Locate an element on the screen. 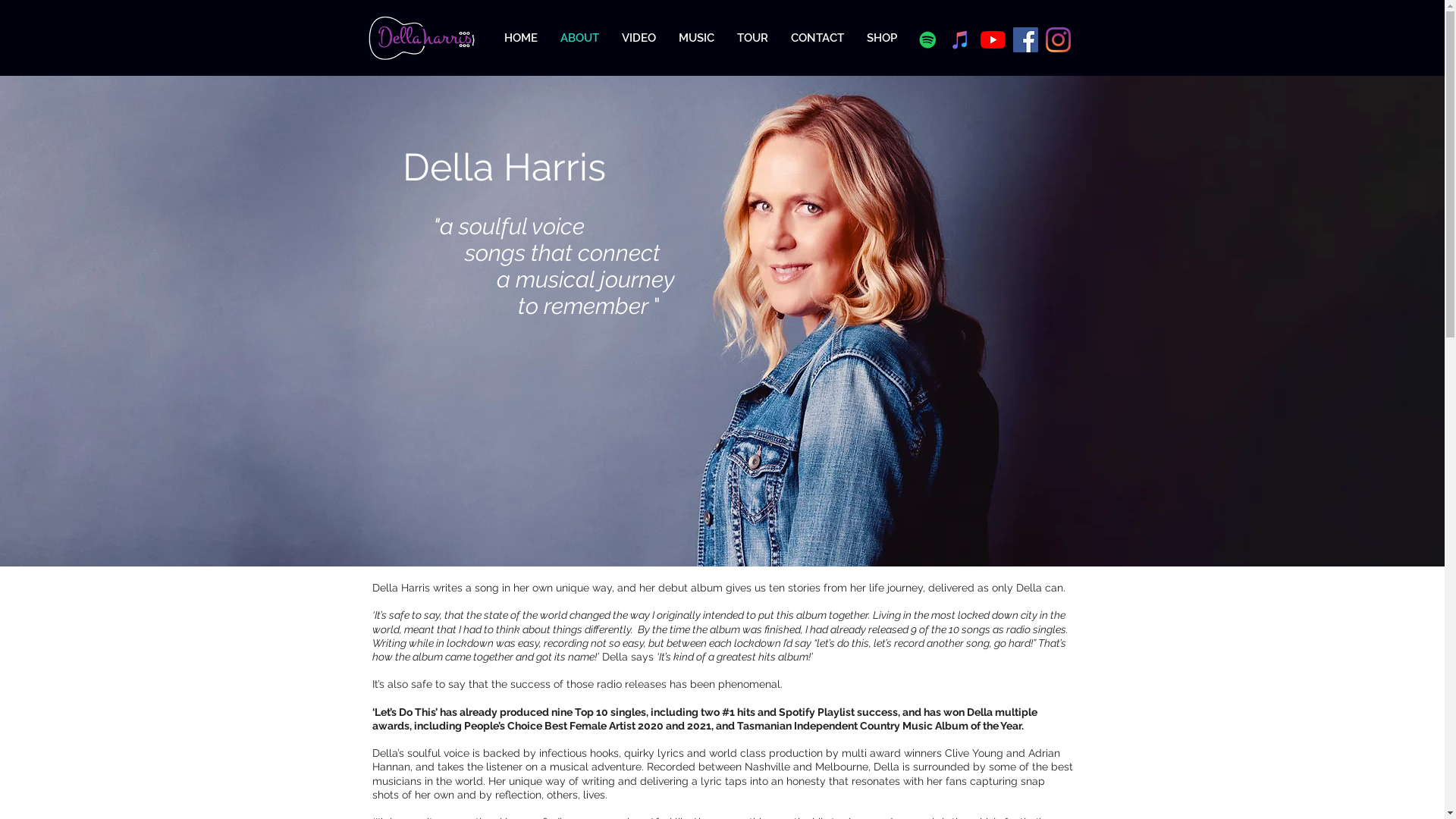 Image resolution: width=1456 pixels, height=819 pixels. 'VIDEO' is located at coordinates (638, 37).